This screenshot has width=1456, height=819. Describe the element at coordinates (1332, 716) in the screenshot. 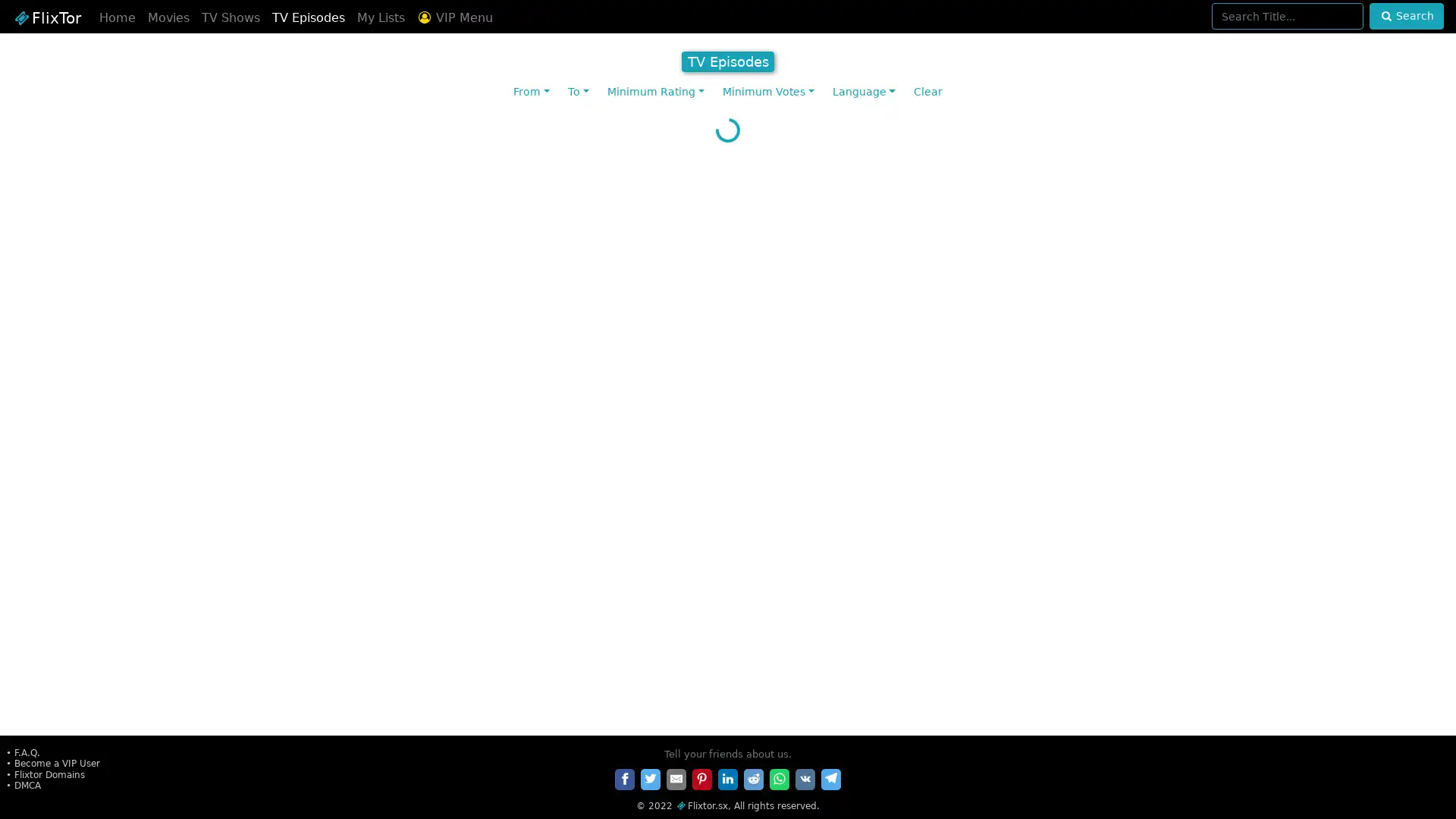

I see `Watch Now` at that location.